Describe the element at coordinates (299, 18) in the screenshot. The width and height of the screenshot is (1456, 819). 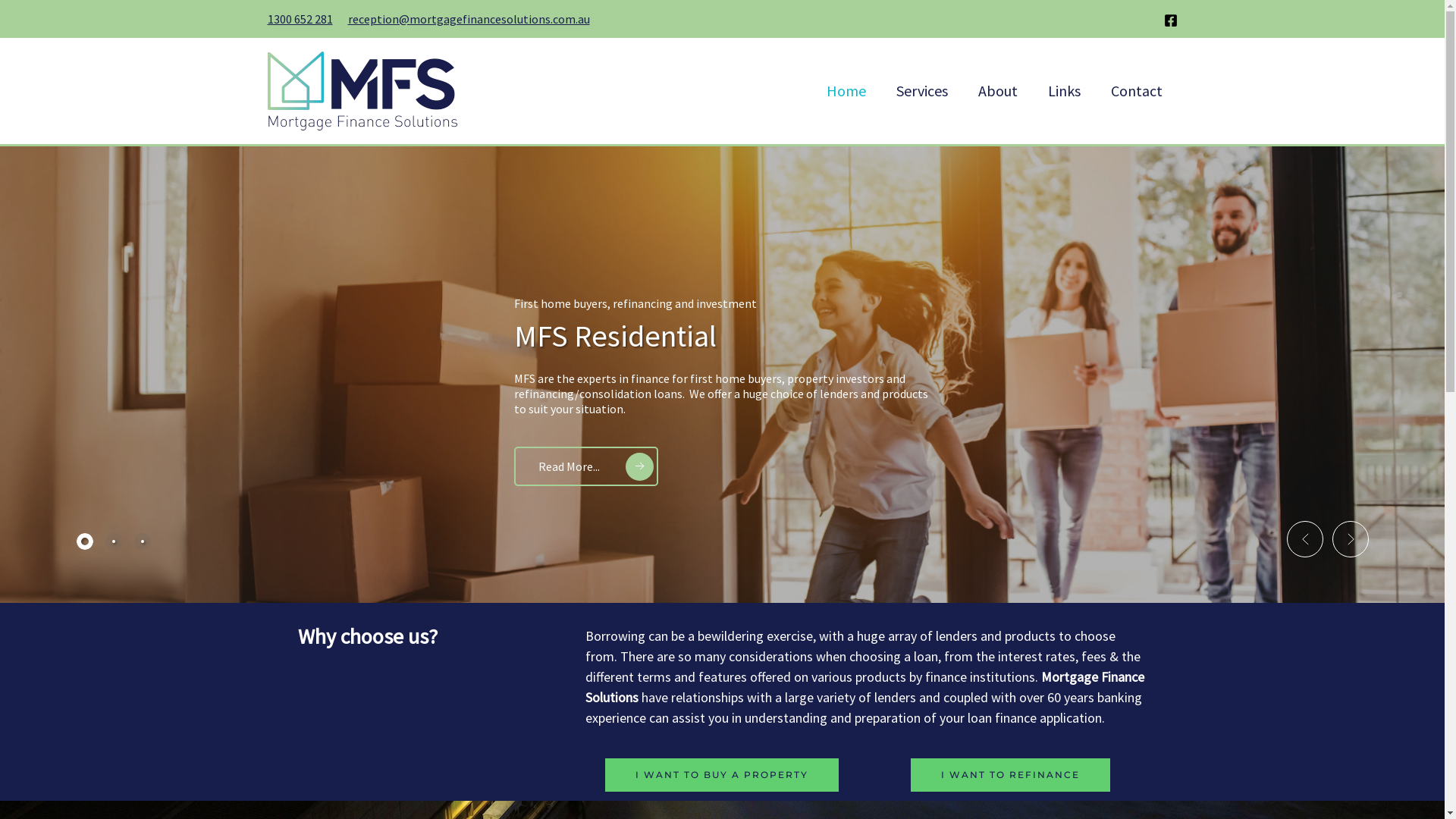
I see `'1300 652 281'` at that location.